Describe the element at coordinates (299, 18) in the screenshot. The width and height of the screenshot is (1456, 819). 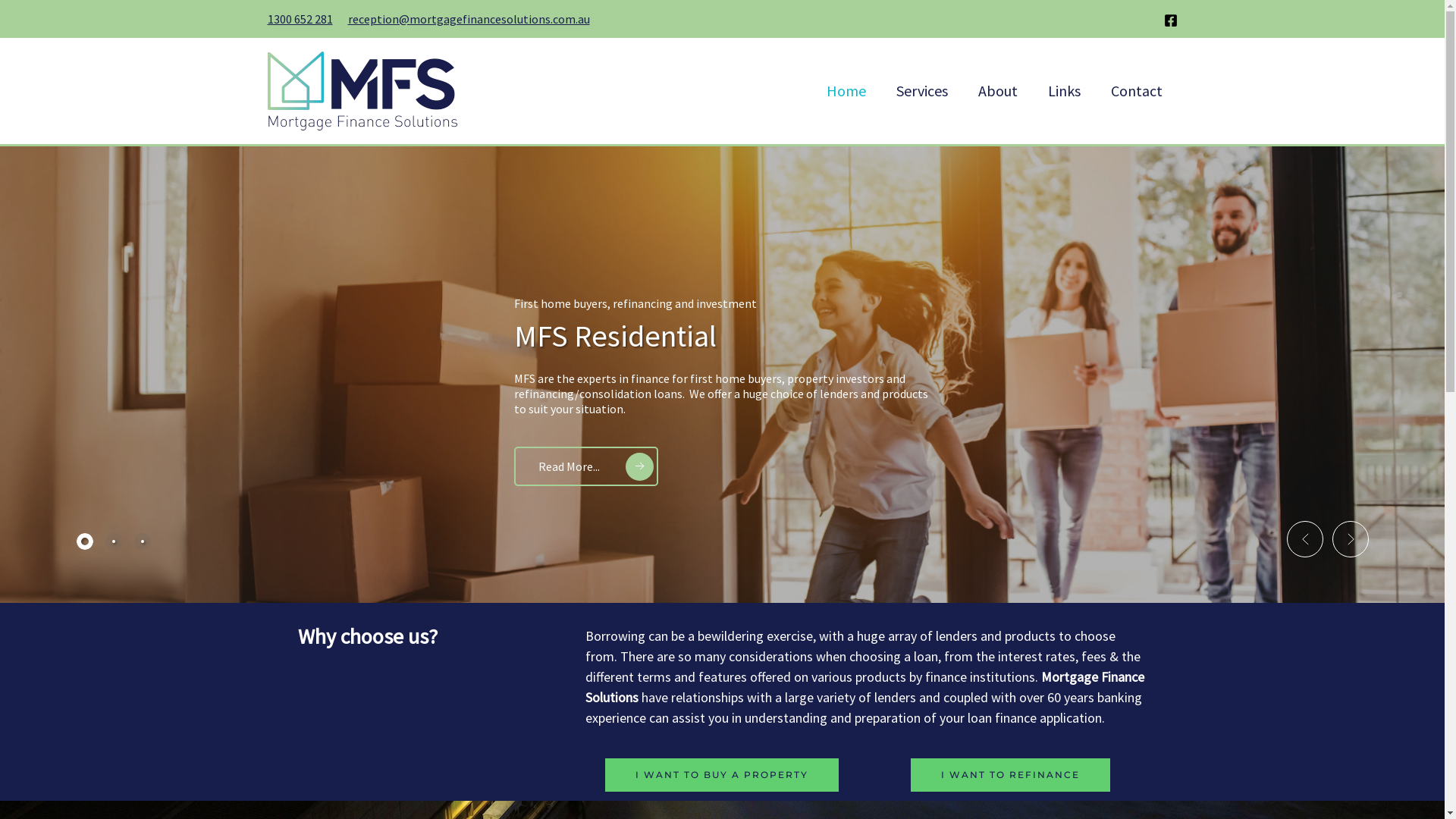
I see `'1300 652 281'` at that location.